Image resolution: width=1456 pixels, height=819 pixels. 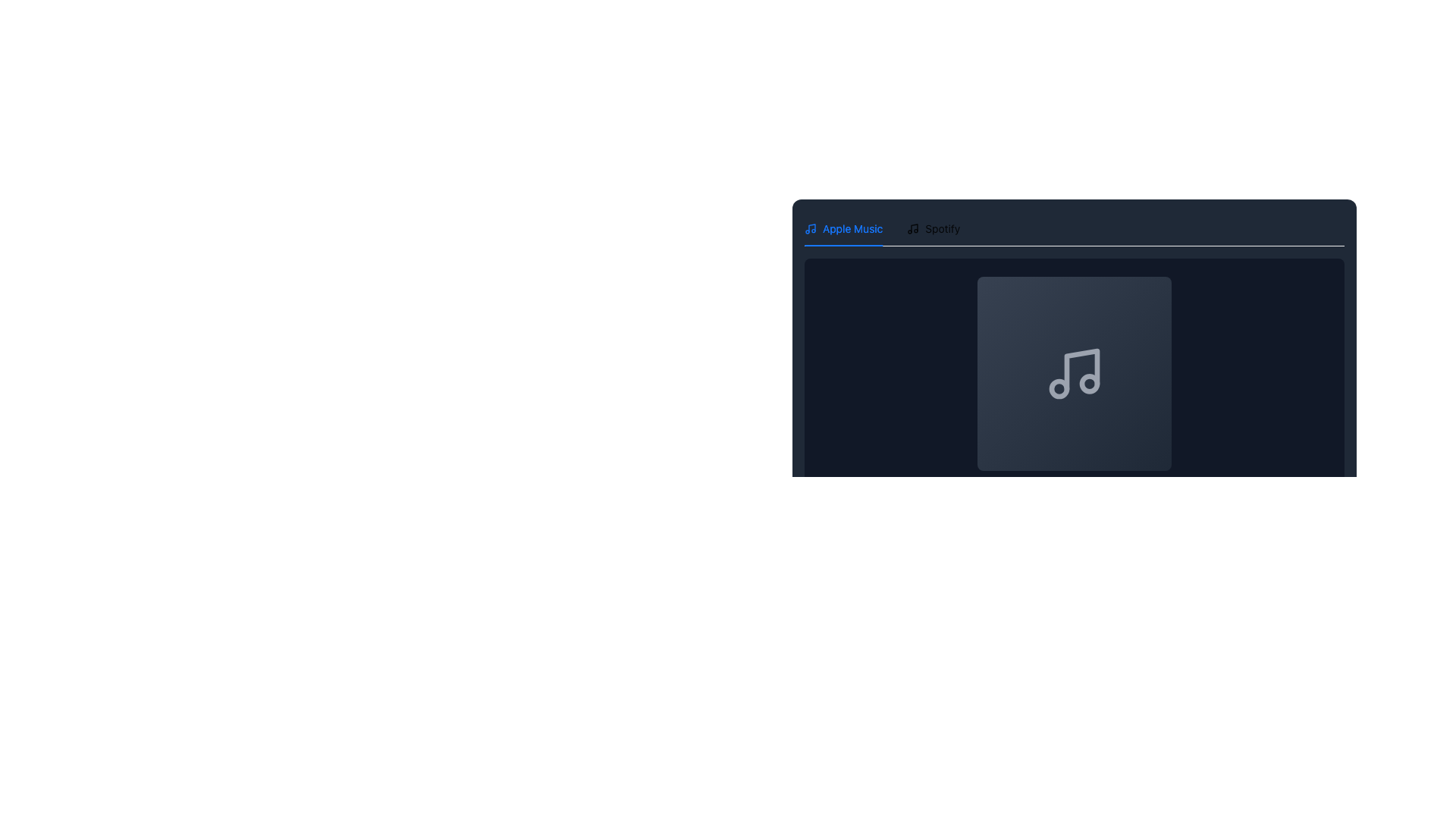 I want to click on the 'Spotify' tab in the top navigation bar, so click(x=933, y=228).